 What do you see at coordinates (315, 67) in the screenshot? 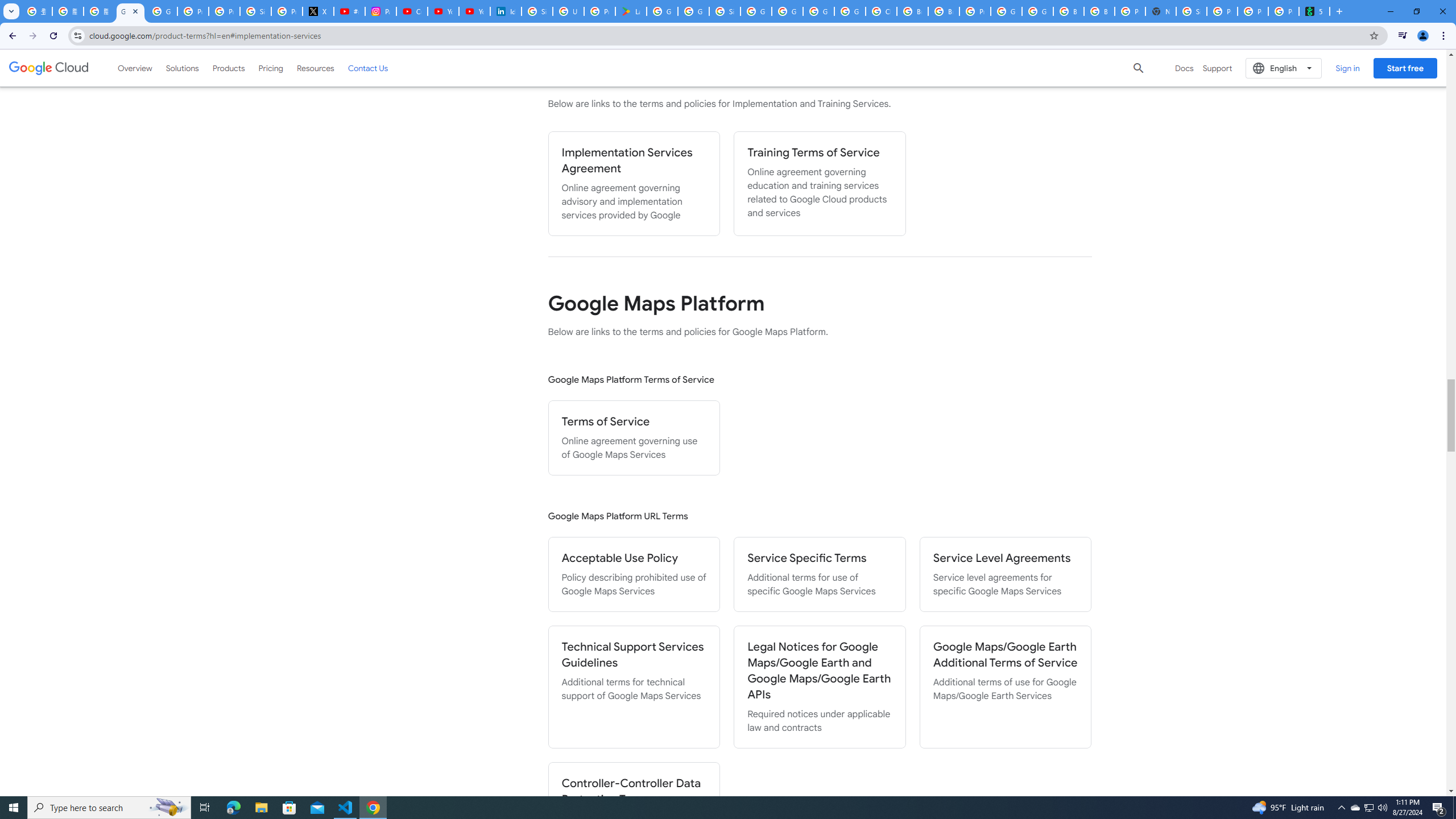
I see `'Resources'` at bounding box center [315, 67].